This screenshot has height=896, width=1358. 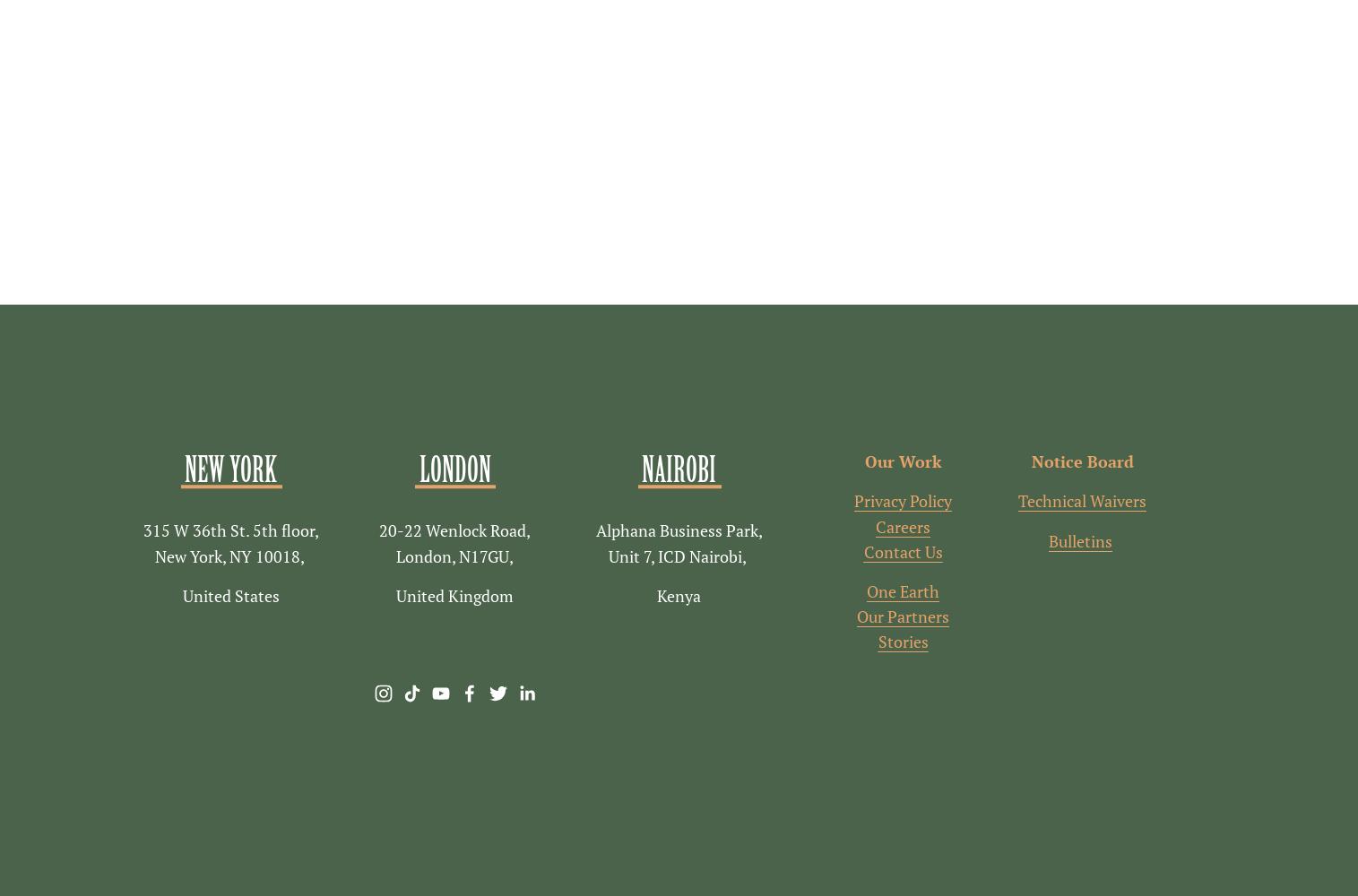 What do you see at coordinates (230, 470) in the screenshot?
I see `'New York'` at bounding box center [230, 470].